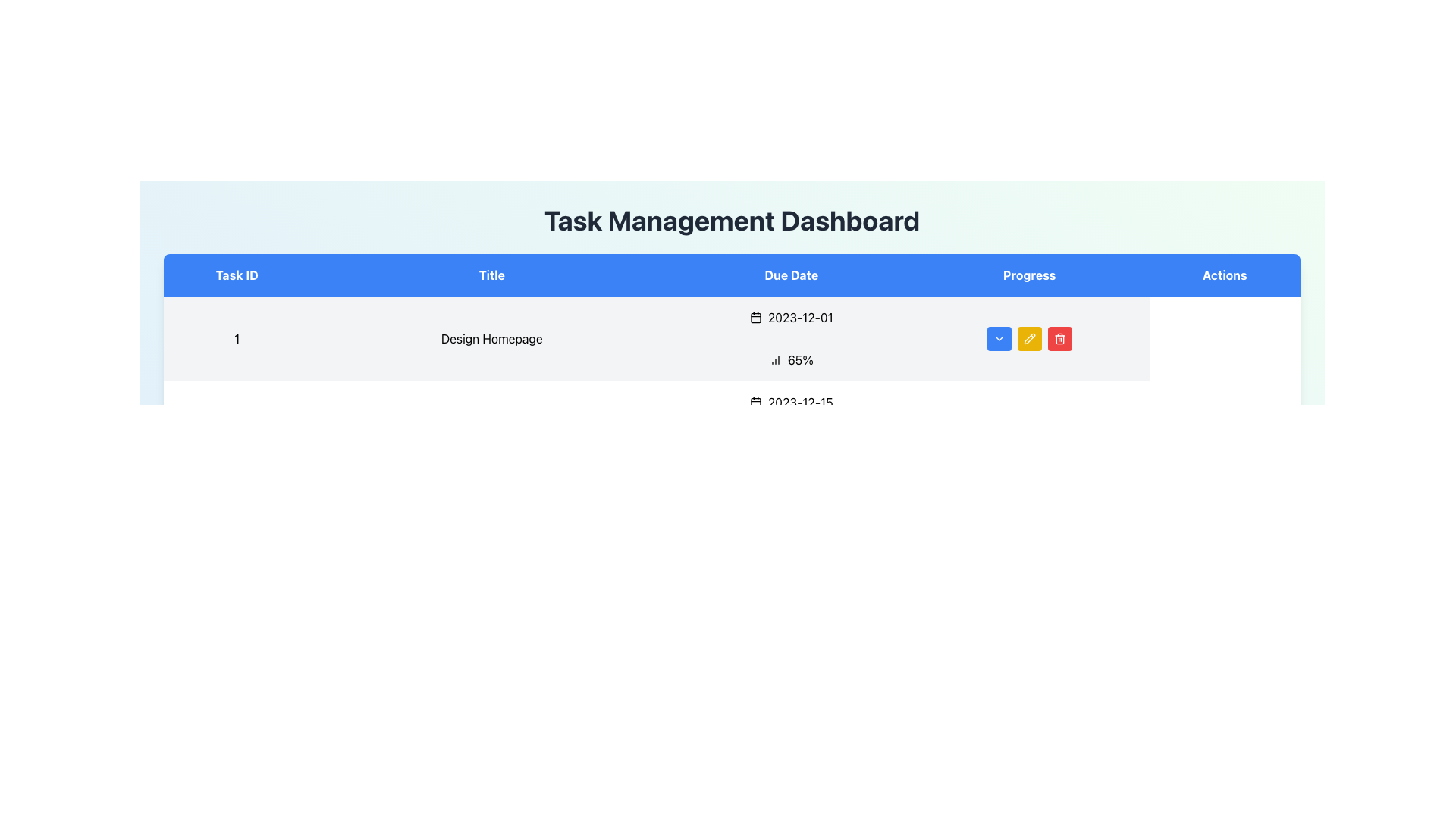 This screenshot has width=1456, height=819. Describe the element at coordinates (732, 220) in the screenshot. I see `the title text element located at the top center of the page, which serves as a clear indicator of the dashboard's content` at that location.